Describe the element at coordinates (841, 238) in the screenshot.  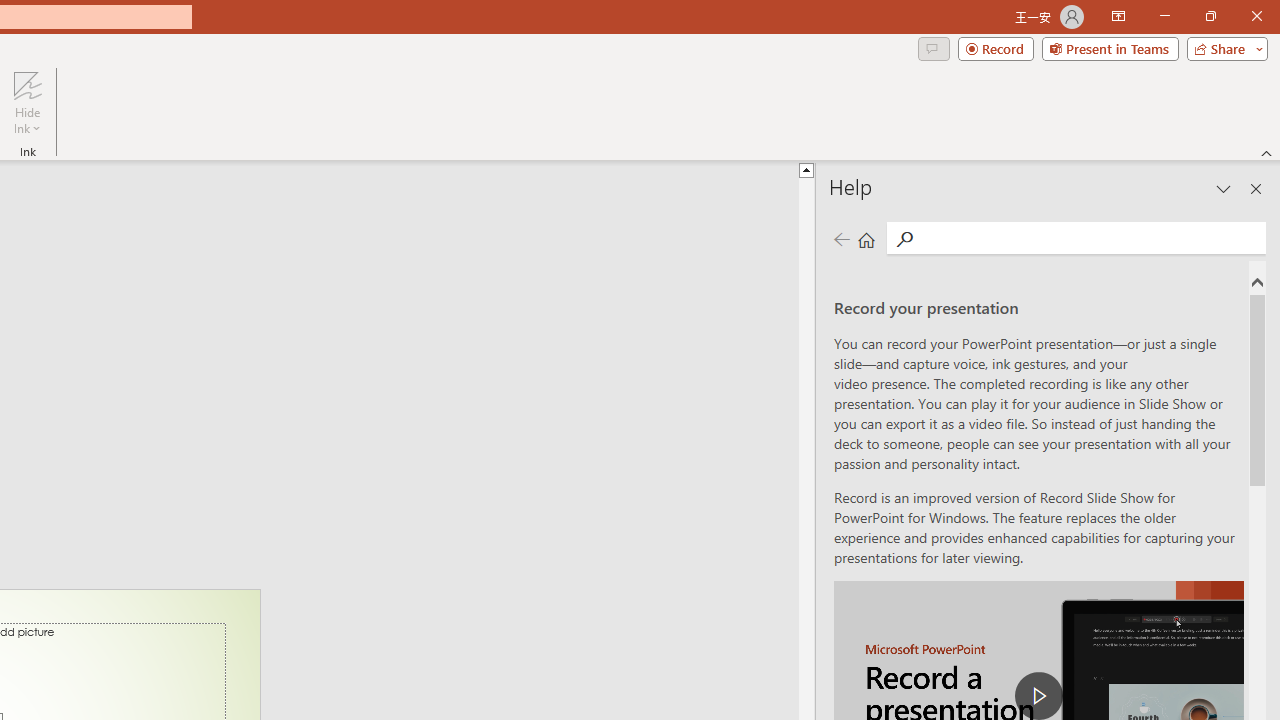
I see `'Previous page'` at that location.